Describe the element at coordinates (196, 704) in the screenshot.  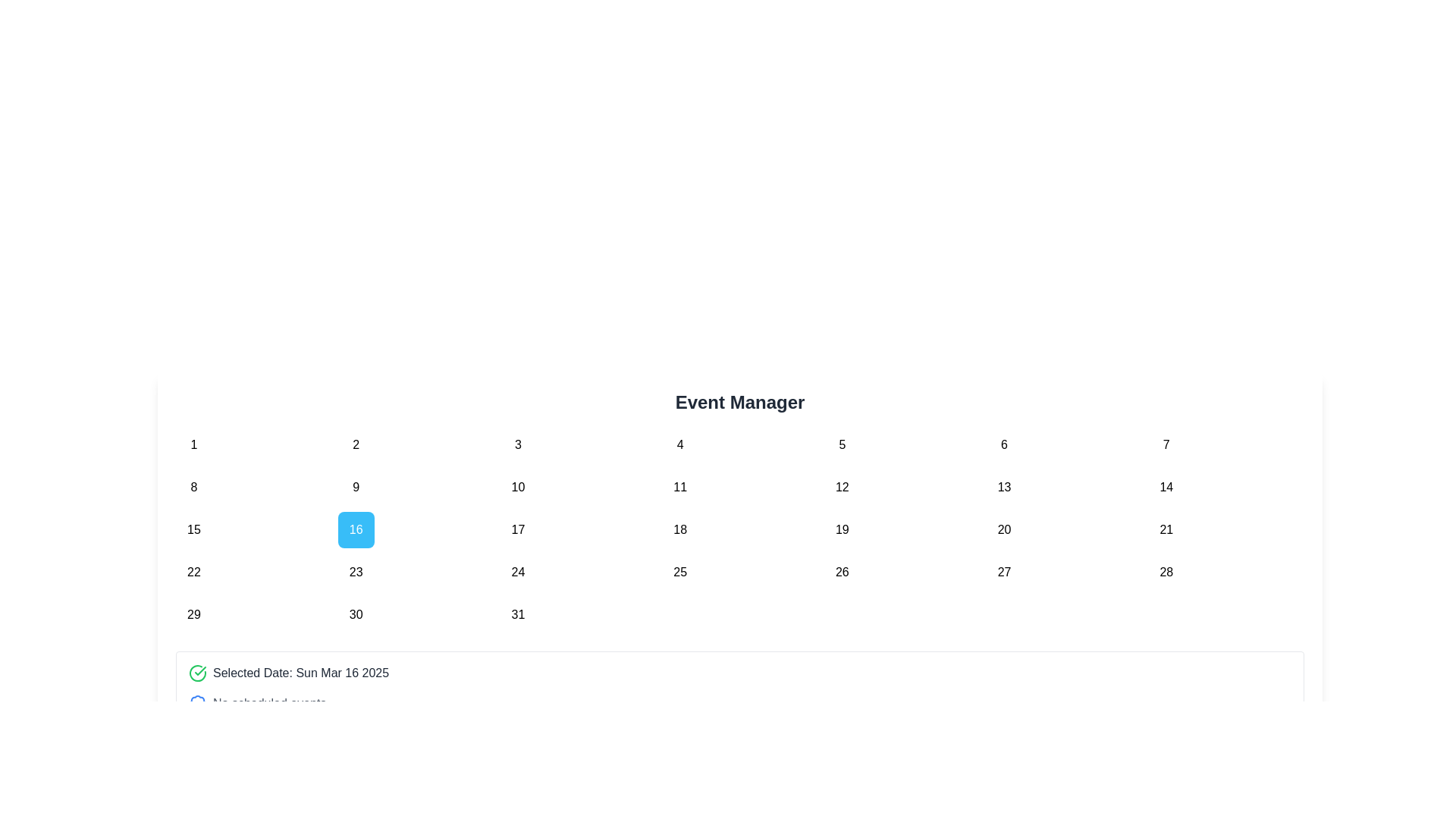
I see `the decorative SVG graphic icon located towards the bottom-left corner of the main area, beneath the date selection section and before textual details about a selected event` at that location.